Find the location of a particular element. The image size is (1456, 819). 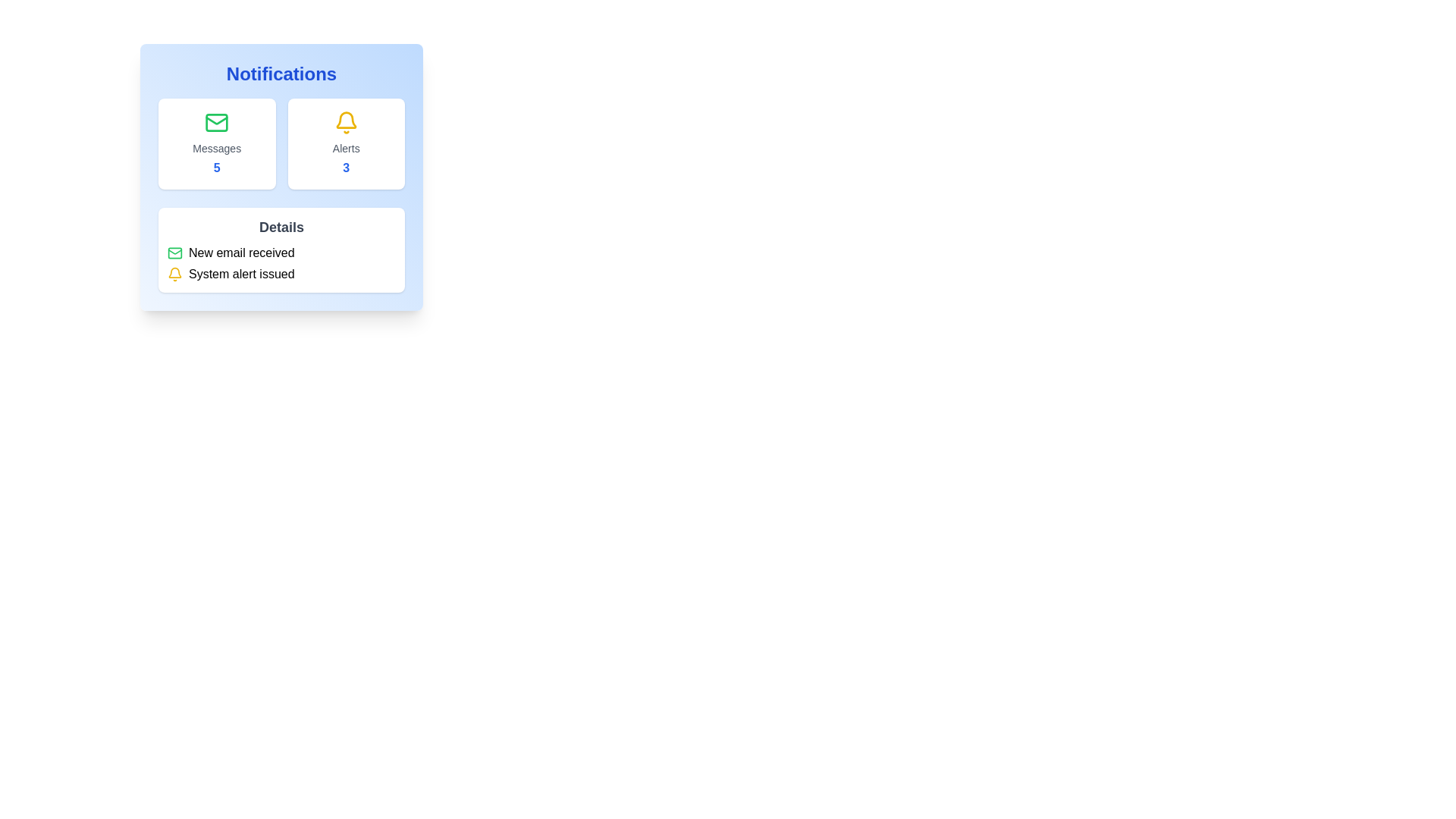

the first notification item in the notification list beneath the 'Details' heading to potentially open the email details is located at coordinates (281, 253).